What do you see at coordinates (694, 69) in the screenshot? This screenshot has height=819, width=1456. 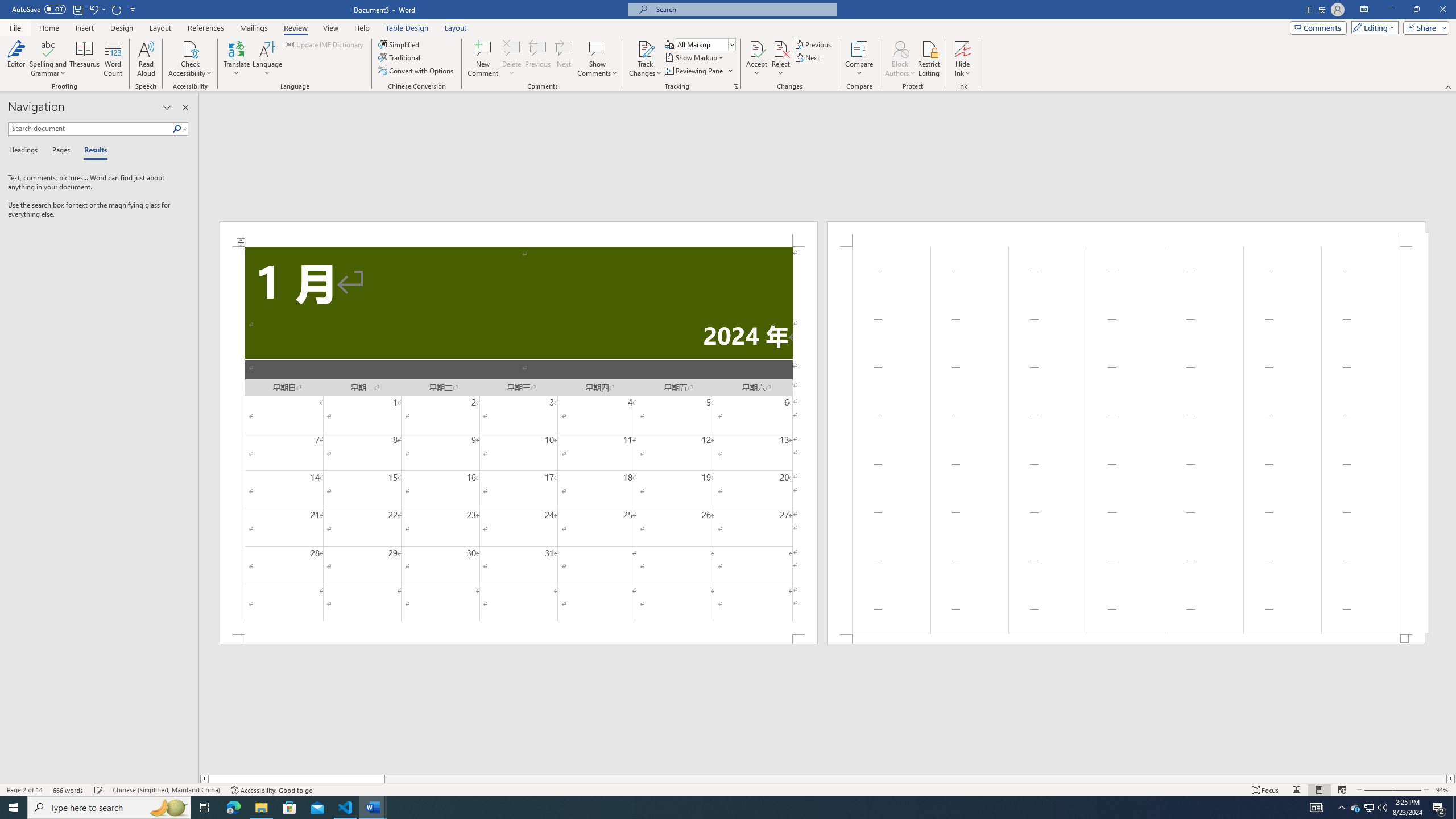 I see `'Reviewing Pane'` at bounding box center [694, 69].